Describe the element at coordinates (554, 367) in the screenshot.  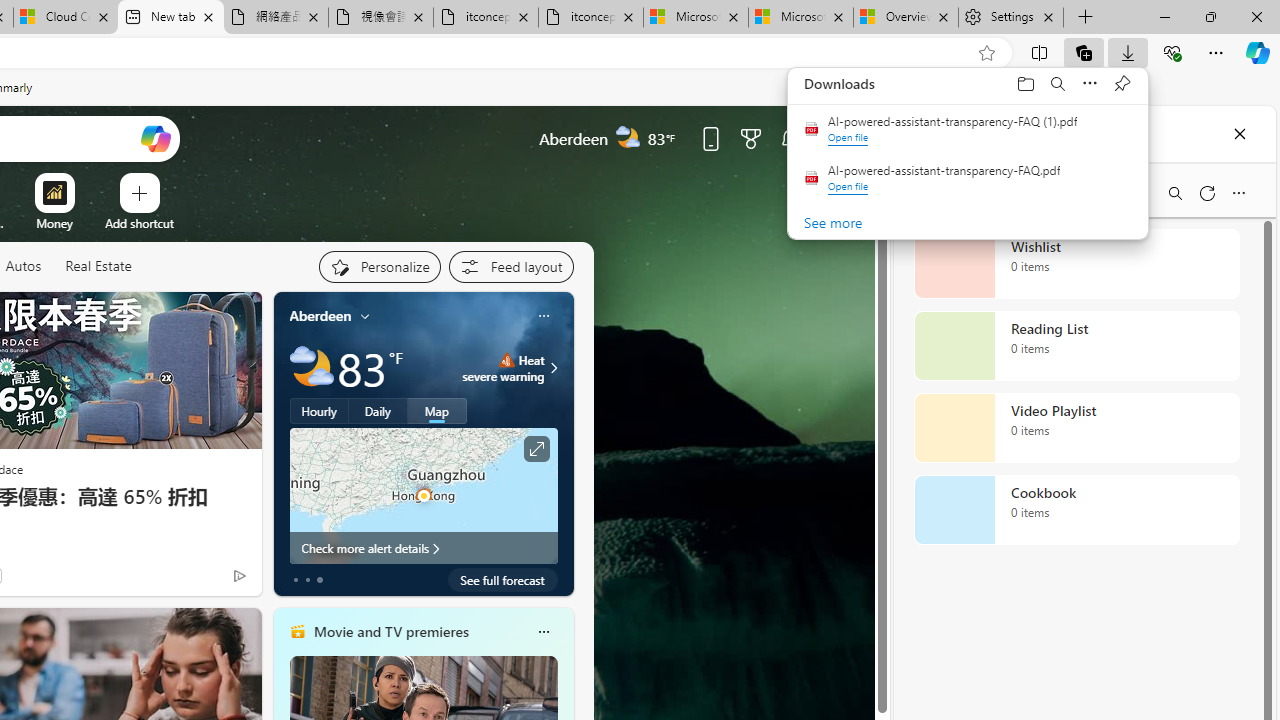
I see `'Class: weather-arrow-glyph'` at that location.